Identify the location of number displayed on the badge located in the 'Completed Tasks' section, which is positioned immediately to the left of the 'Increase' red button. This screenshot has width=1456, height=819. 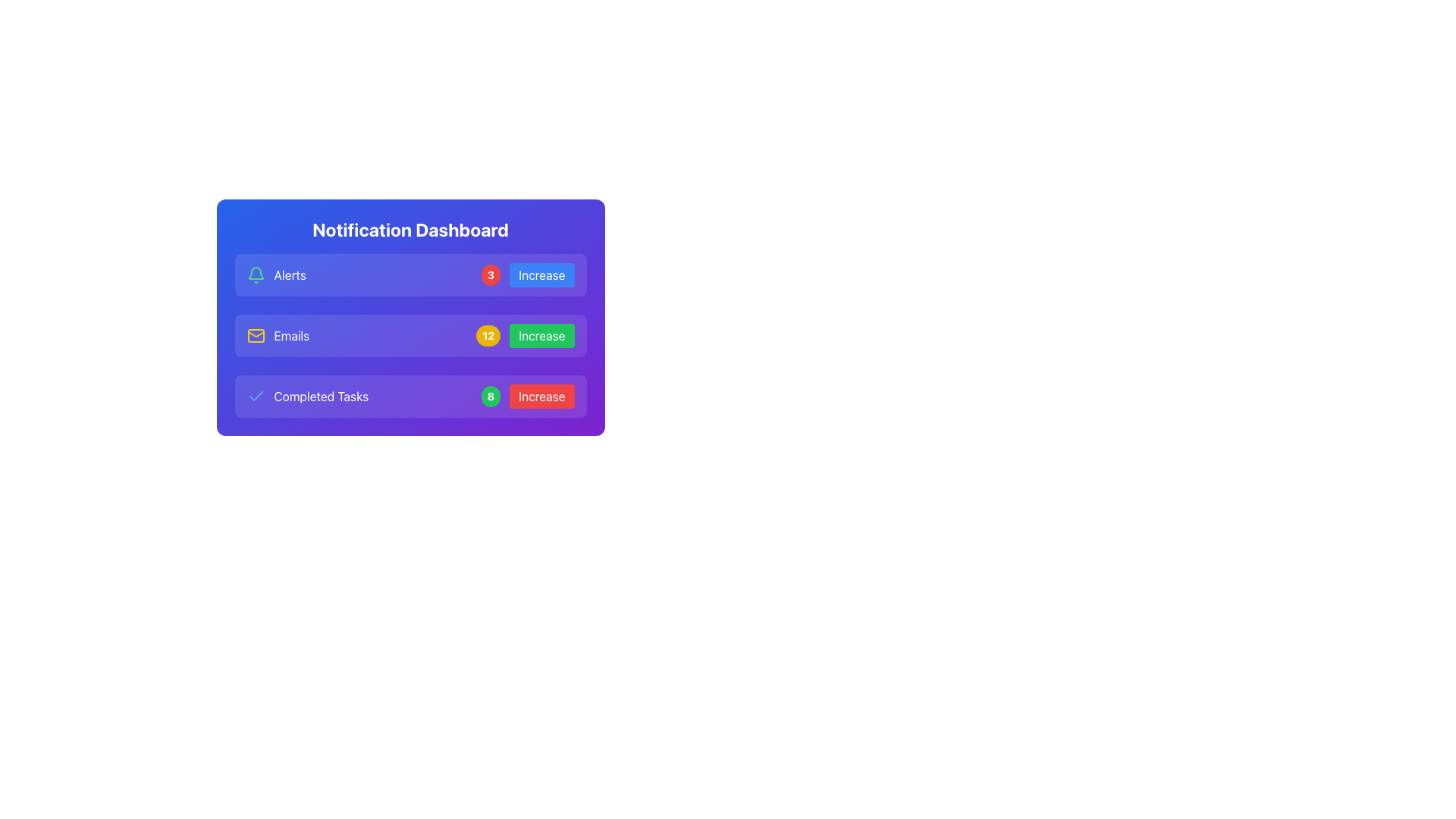
(491, 396).